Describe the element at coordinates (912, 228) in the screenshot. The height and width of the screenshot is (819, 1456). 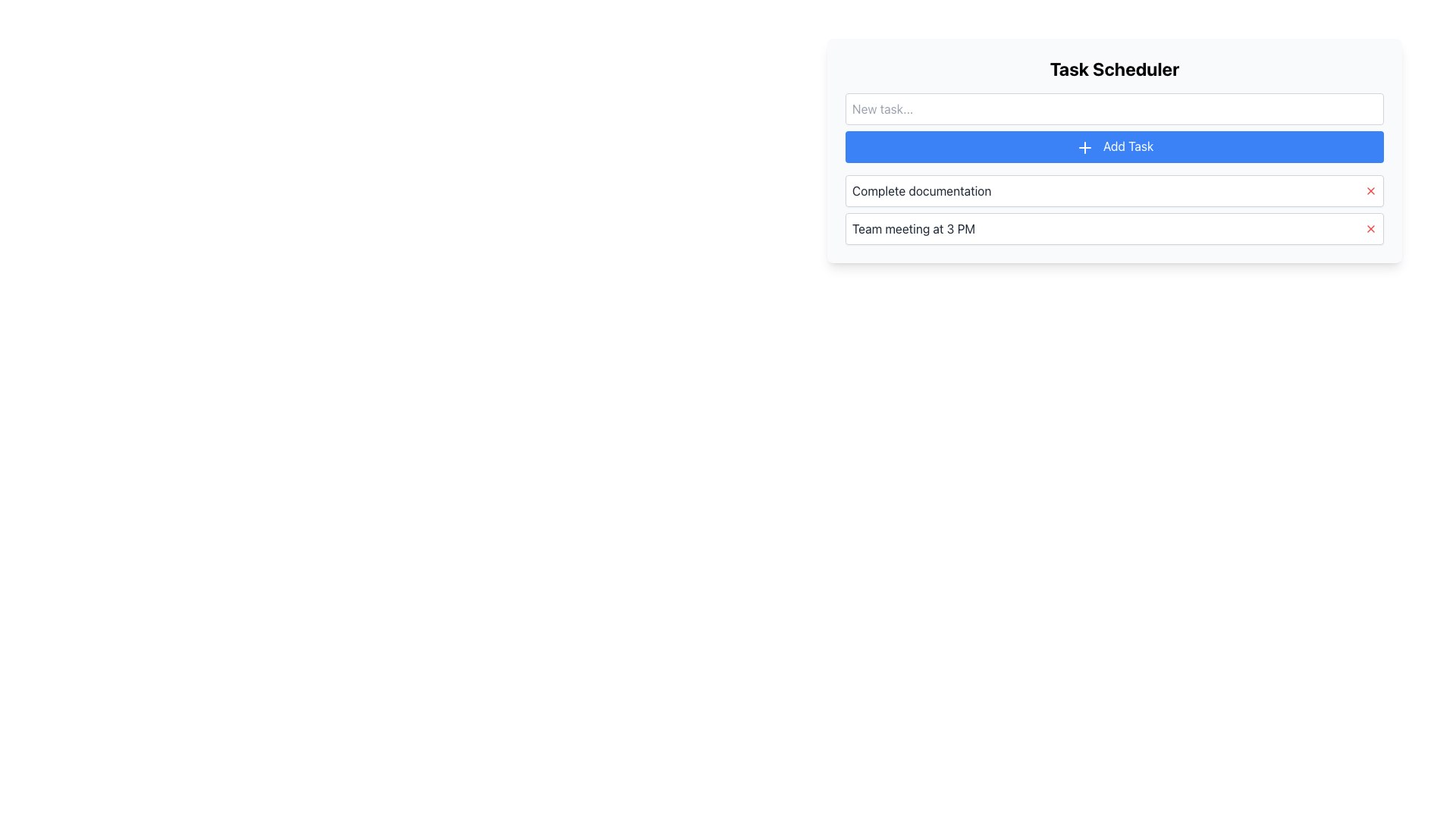
I see `the Text Label that displays the task description within the Task Scheduler module` at that location.